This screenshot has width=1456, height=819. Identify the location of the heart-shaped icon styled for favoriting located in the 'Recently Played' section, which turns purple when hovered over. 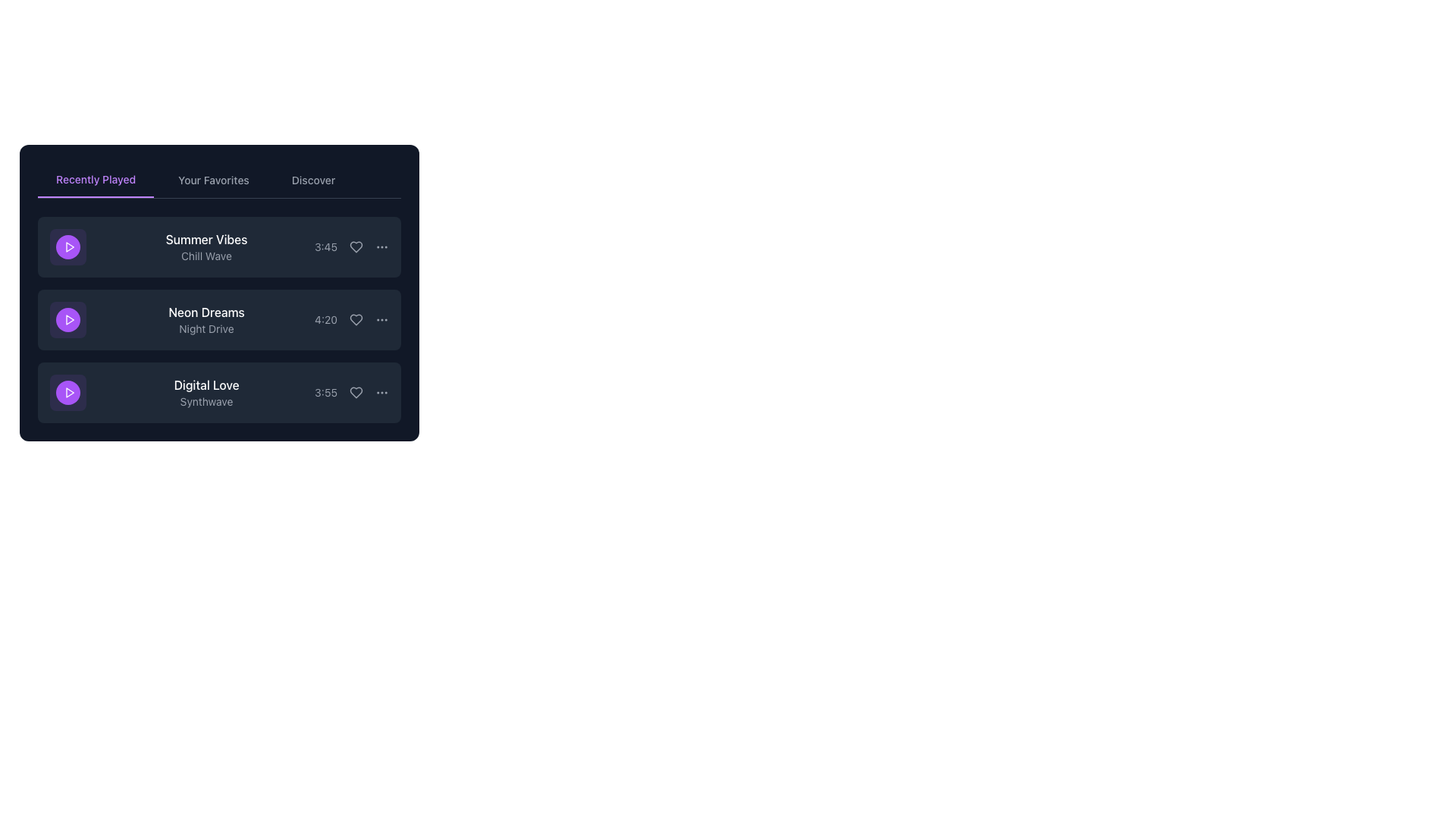
(356, 246).